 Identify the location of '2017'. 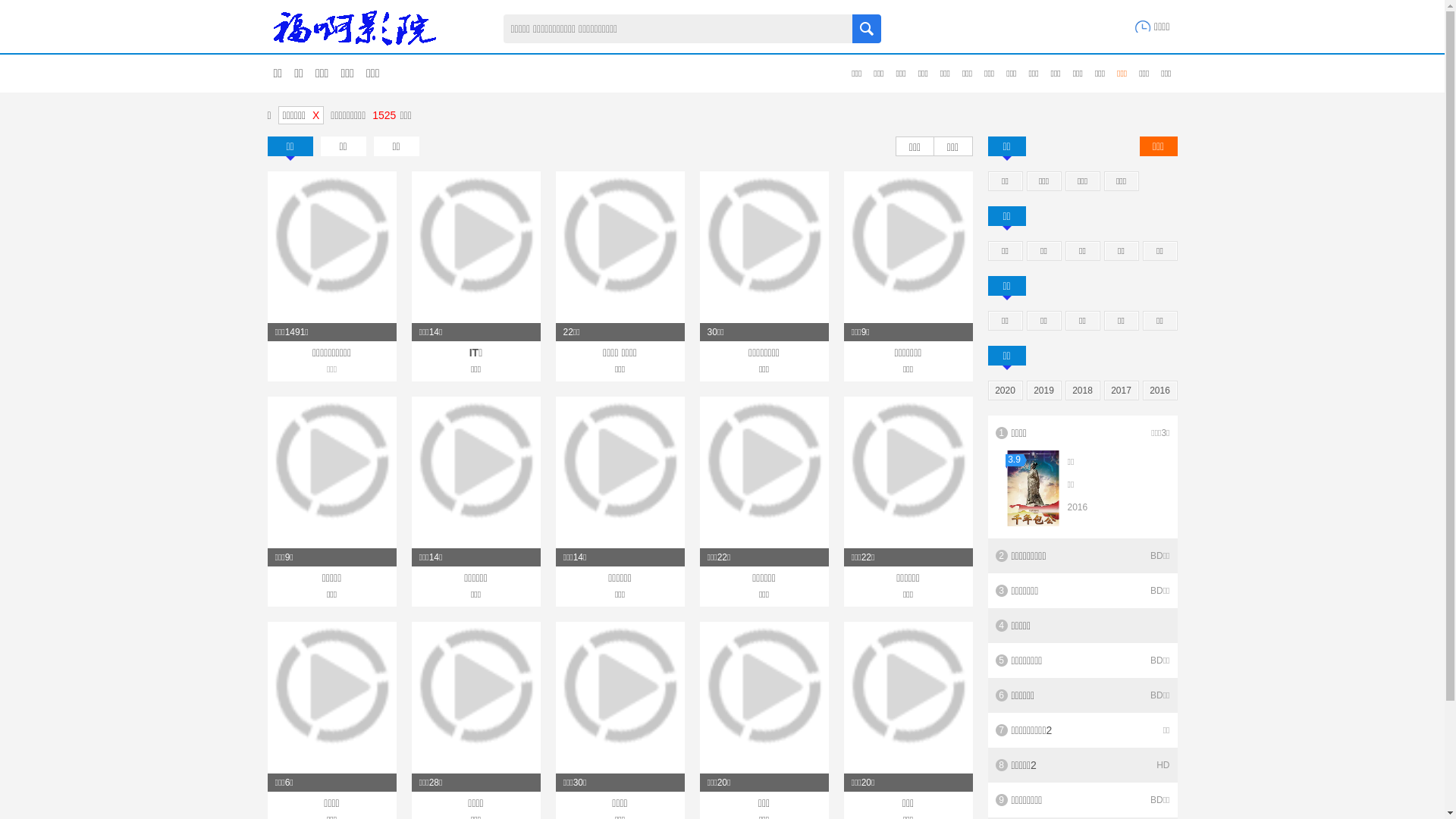
(1121, 390).